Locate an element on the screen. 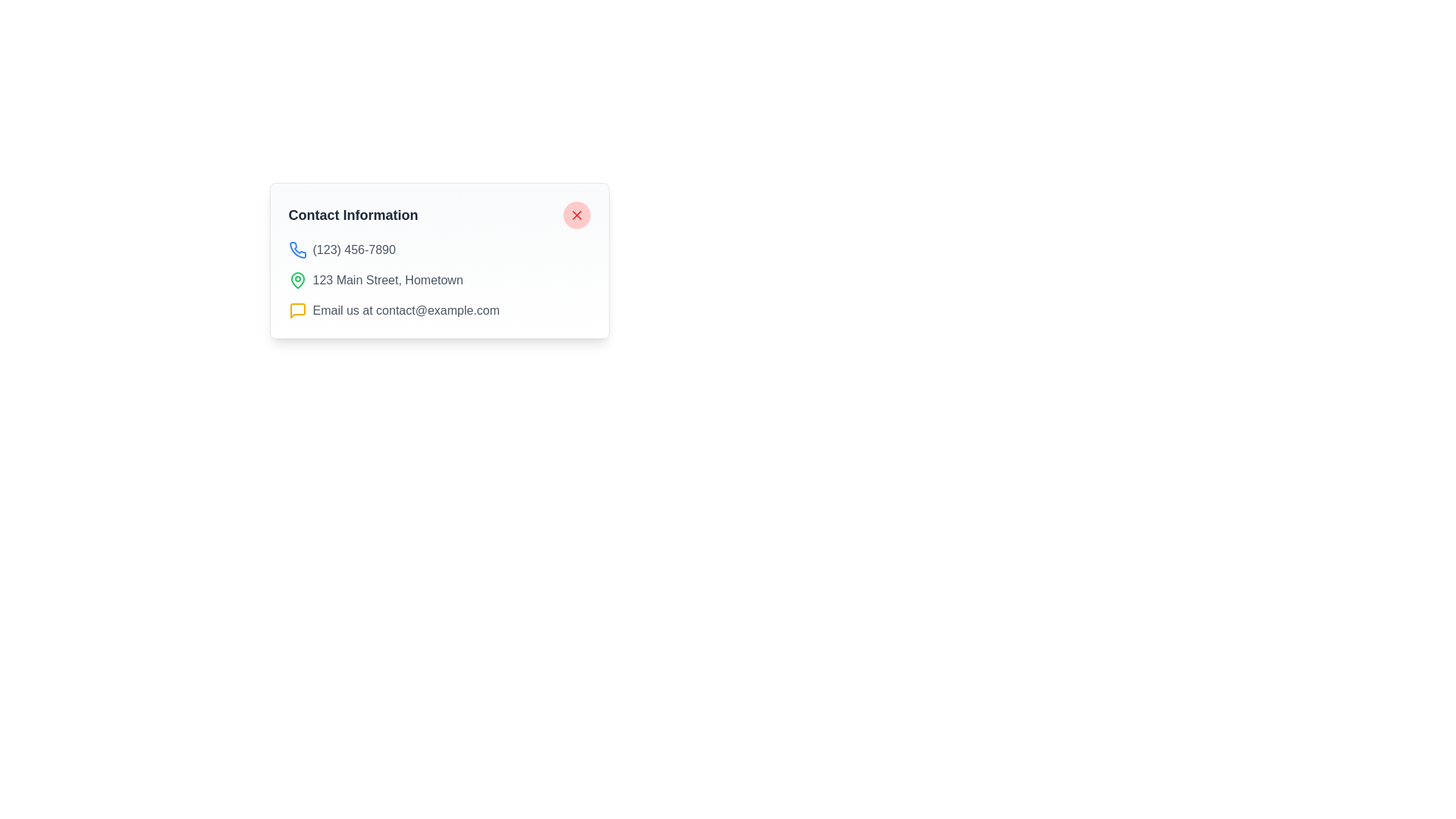  the email icon located within the contact information card, which serves as a visual indicator for the contact email section is located at coordinates (297, 309).